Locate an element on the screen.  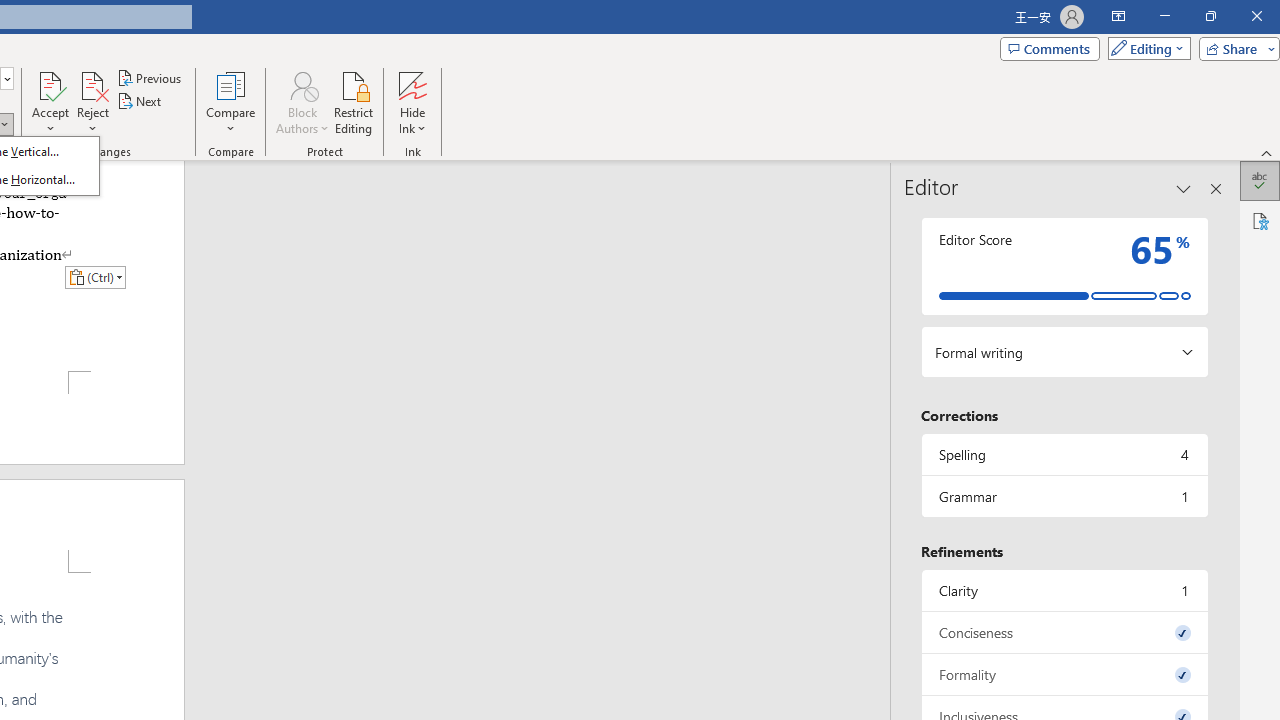
'Accept and Move to Next' is located at coordinates (50, 84).